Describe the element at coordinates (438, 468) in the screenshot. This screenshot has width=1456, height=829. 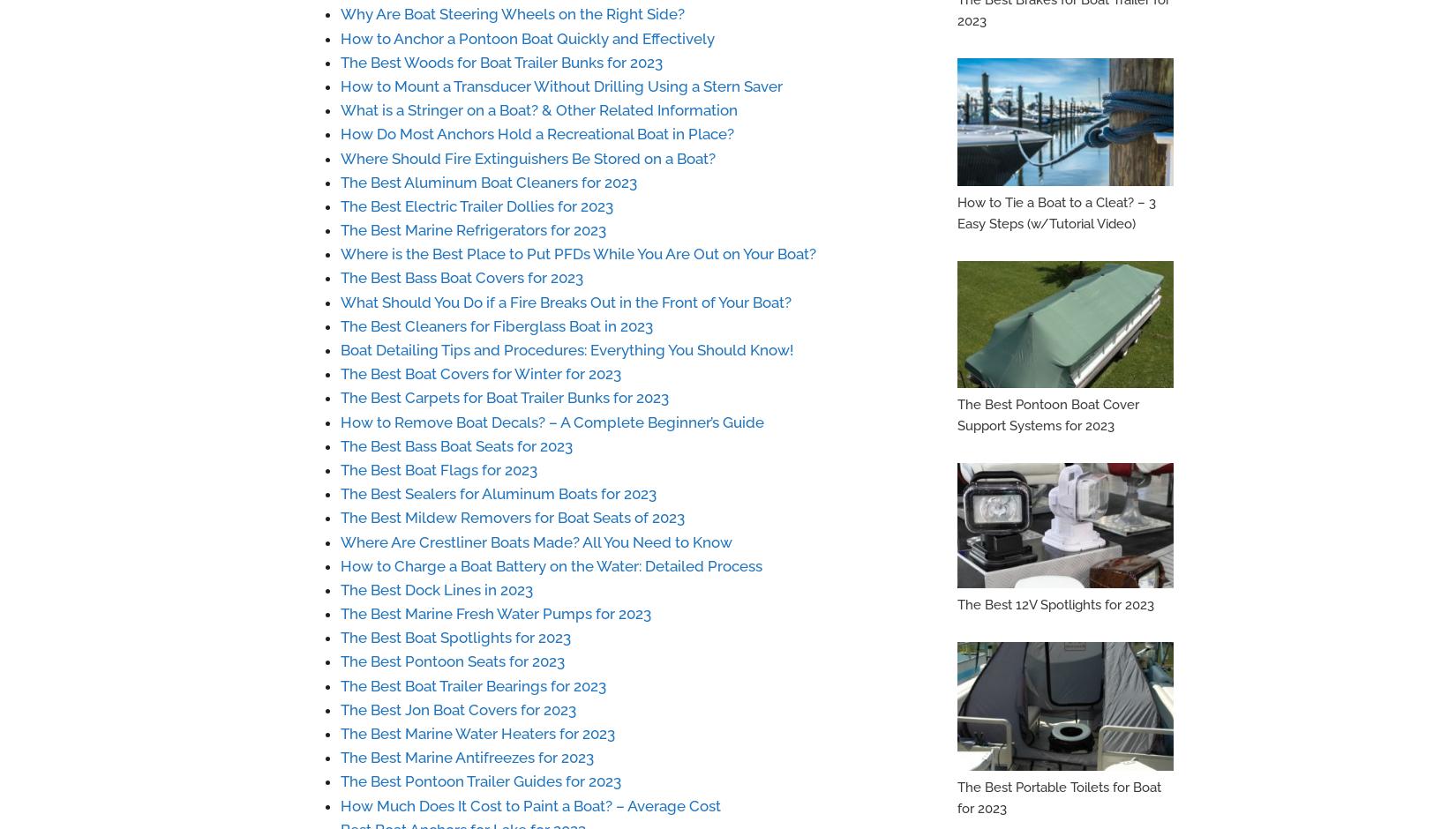
I see `'The Best Boat Flags for 2023'` at that location.